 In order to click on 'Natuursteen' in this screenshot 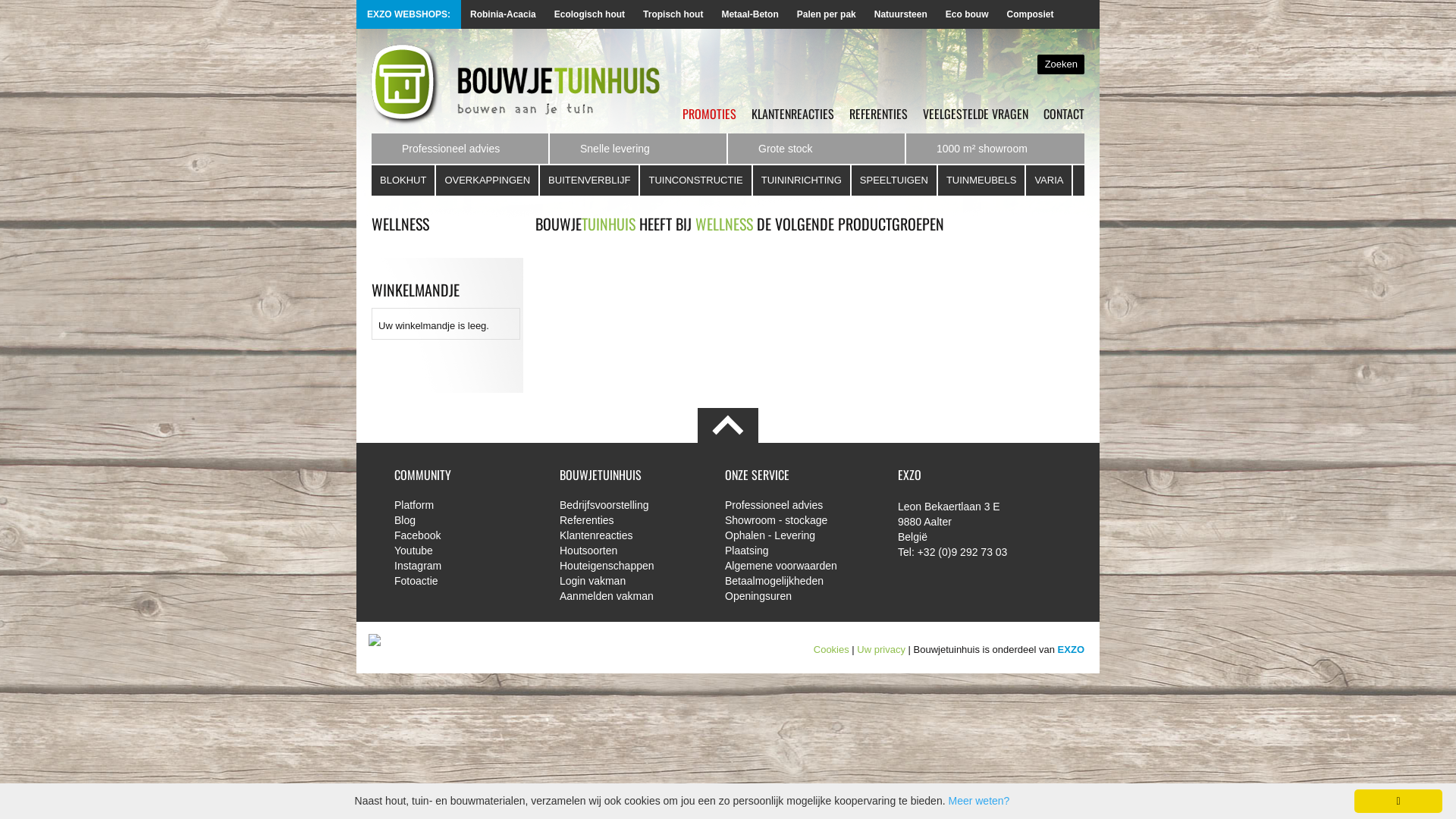, I will do `click(865, 14)`.